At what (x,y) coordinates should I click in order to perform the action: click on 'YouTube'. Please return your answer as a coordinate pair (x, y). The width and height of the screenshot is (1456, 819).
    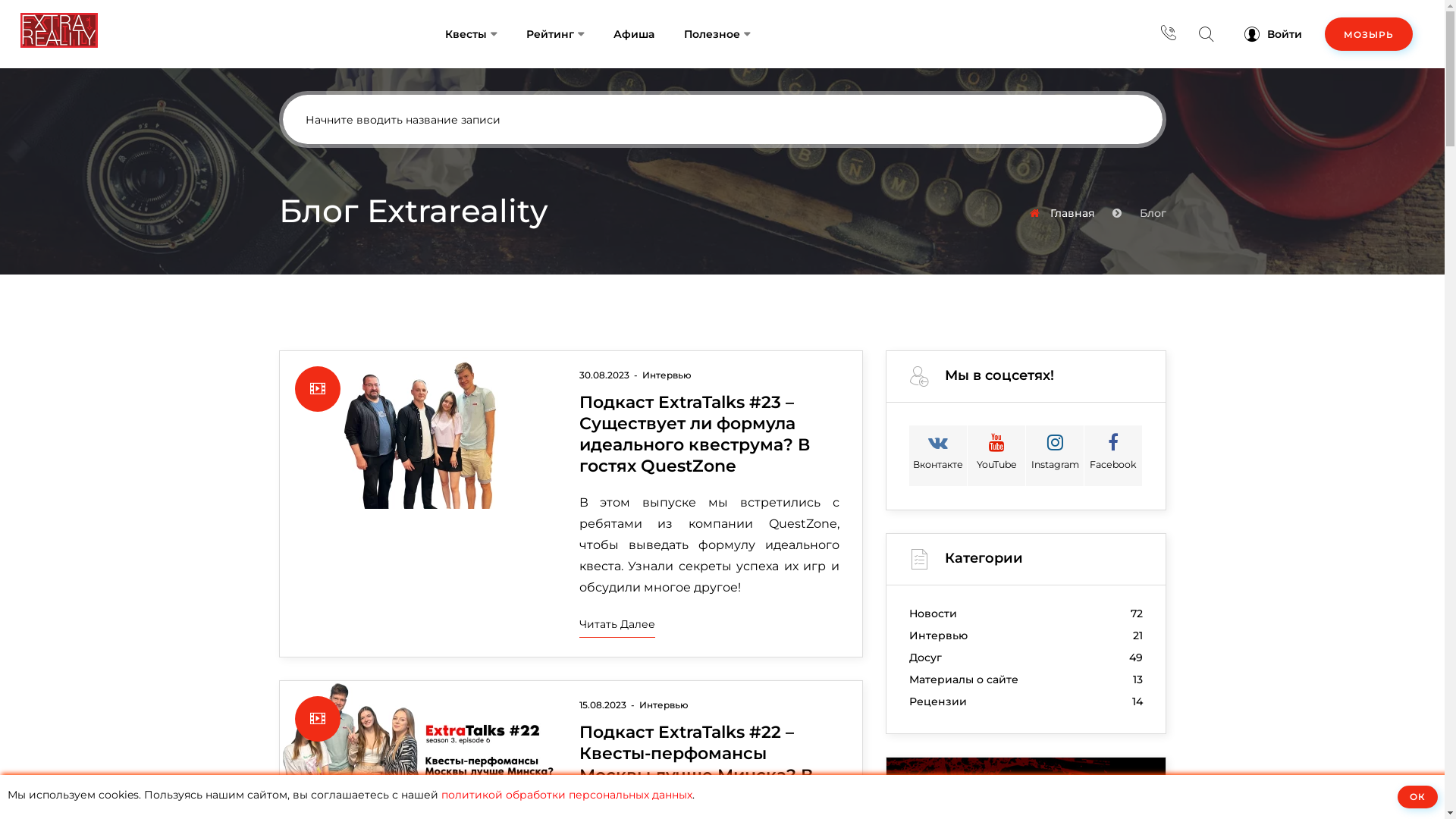
    Looking at the image, I should click on (996, 455).